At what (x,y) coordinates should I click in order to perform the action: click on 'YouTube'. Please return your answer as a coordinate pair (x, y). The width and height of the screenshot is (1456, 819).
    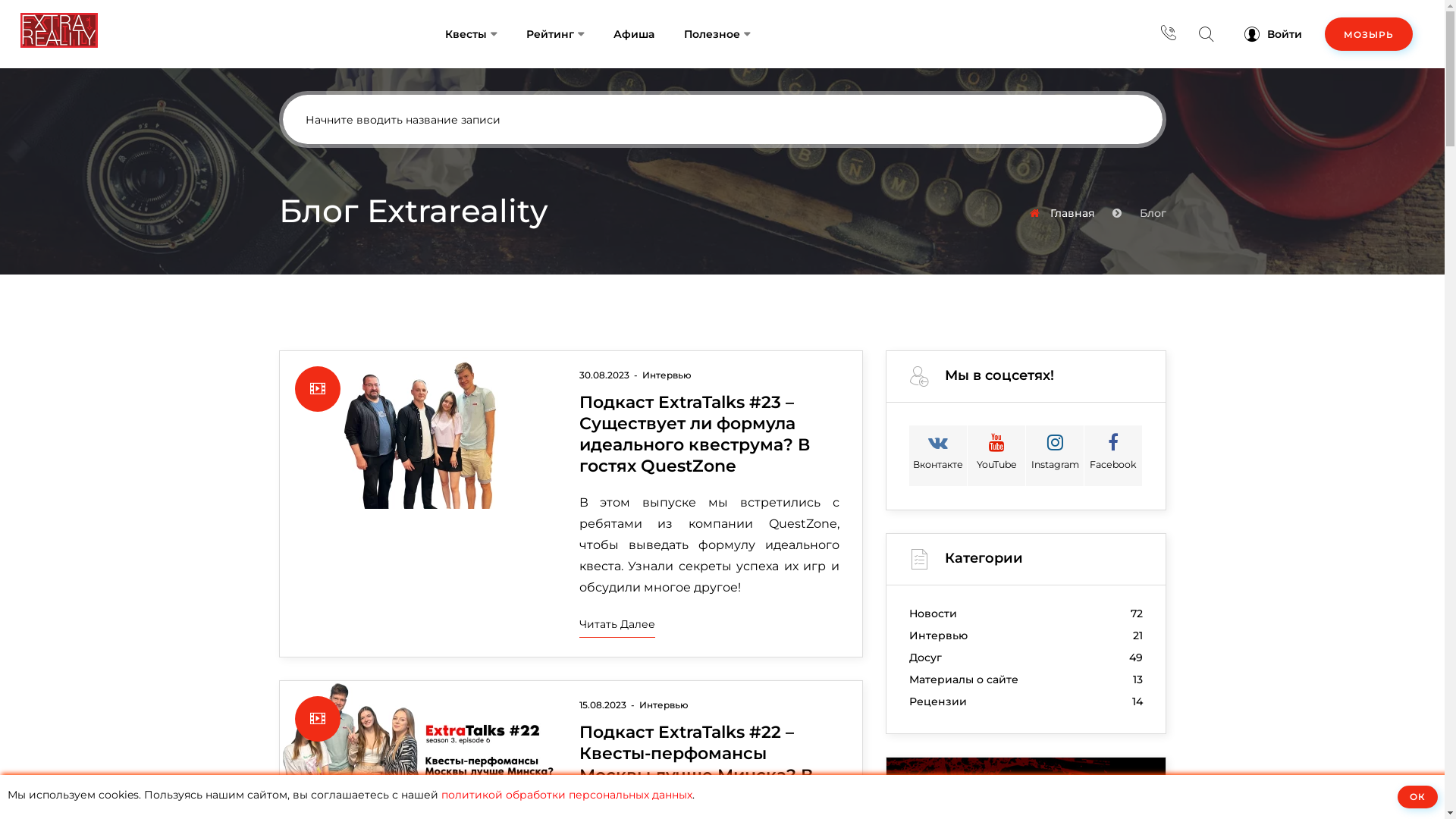
    Looking at the image, I should click on (996, 455).